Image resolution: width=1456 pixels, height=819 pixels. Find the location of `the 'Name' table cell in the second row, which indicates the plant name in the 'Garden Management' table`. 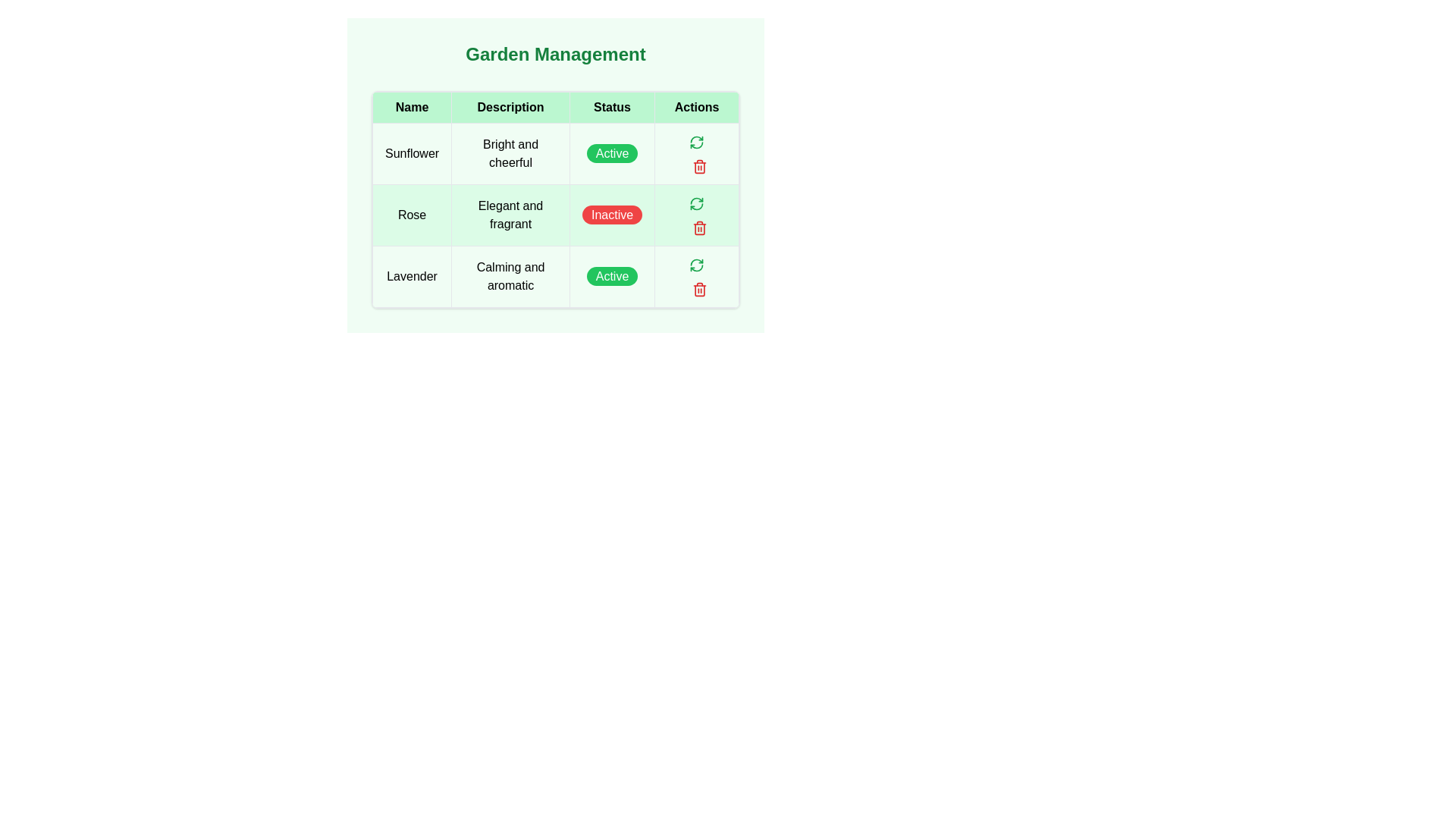

the 'Name' table cell in the second row, which indicates the plant name in the 'Garden Management' table is located at coordinates (412, 215).